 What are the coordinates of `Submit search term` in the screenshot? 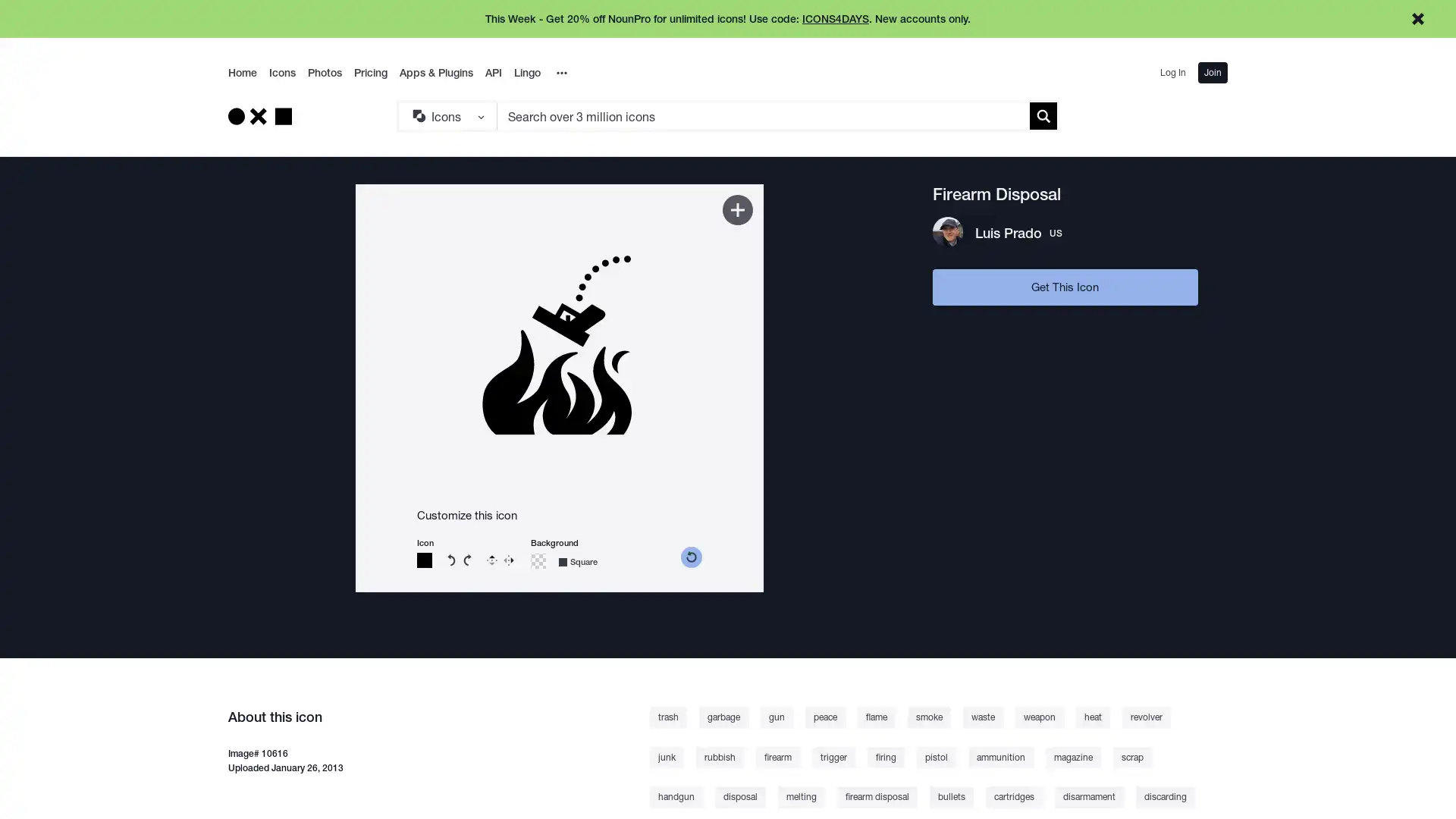 It's located at (1041, 115).